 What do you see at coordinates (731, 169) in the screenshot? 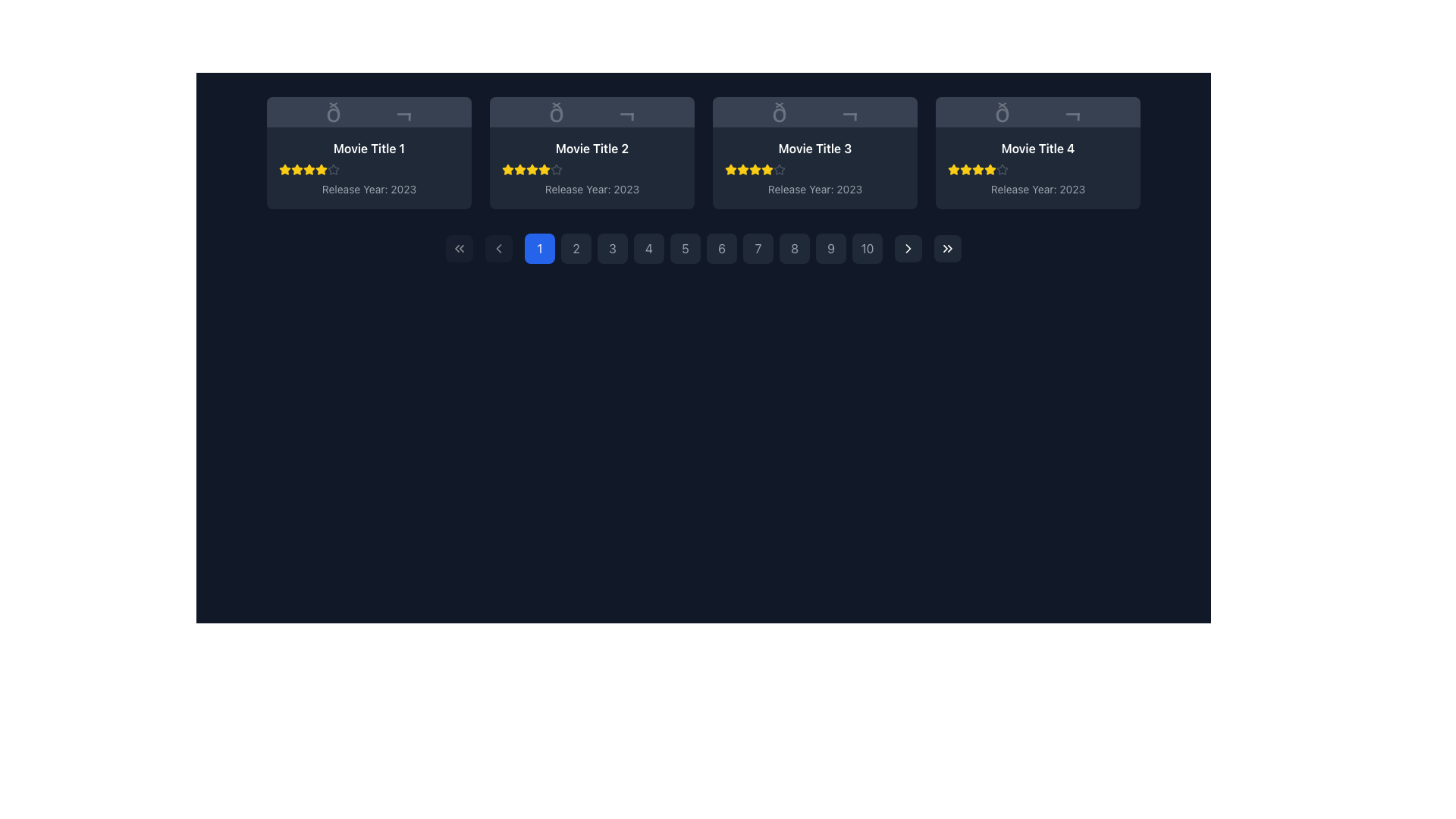
I see `the first yellow rating star icon located below 'Movie Title 3'` at bounding box center [731, 169].